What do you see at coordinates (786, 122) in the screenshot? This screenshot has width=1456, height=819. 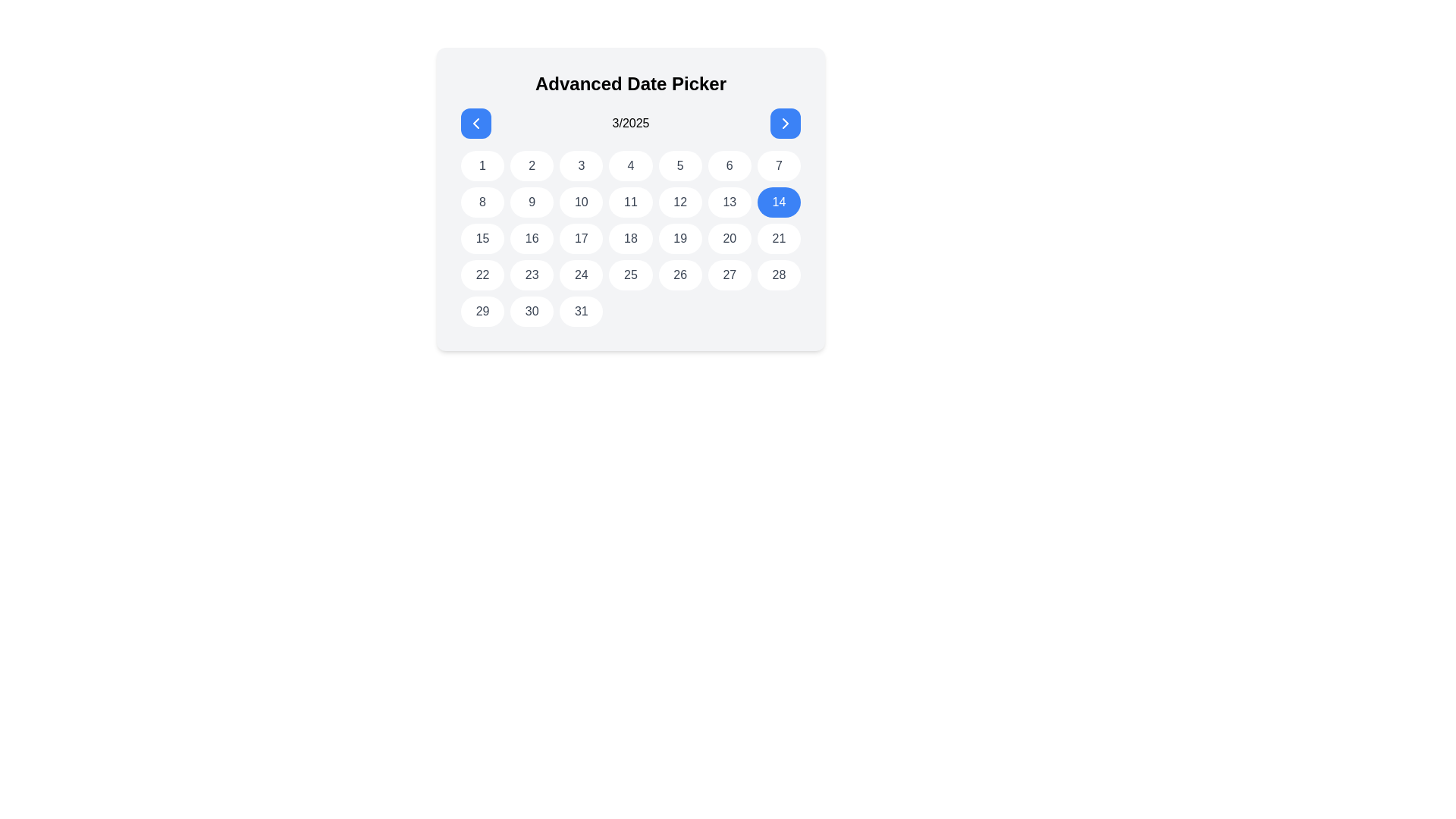 I see `the right-pointing chevron icon styled in white on a blue circular background located within the square blue button at the top-right corner of the calendar interface` at bounding box center [786, 122].